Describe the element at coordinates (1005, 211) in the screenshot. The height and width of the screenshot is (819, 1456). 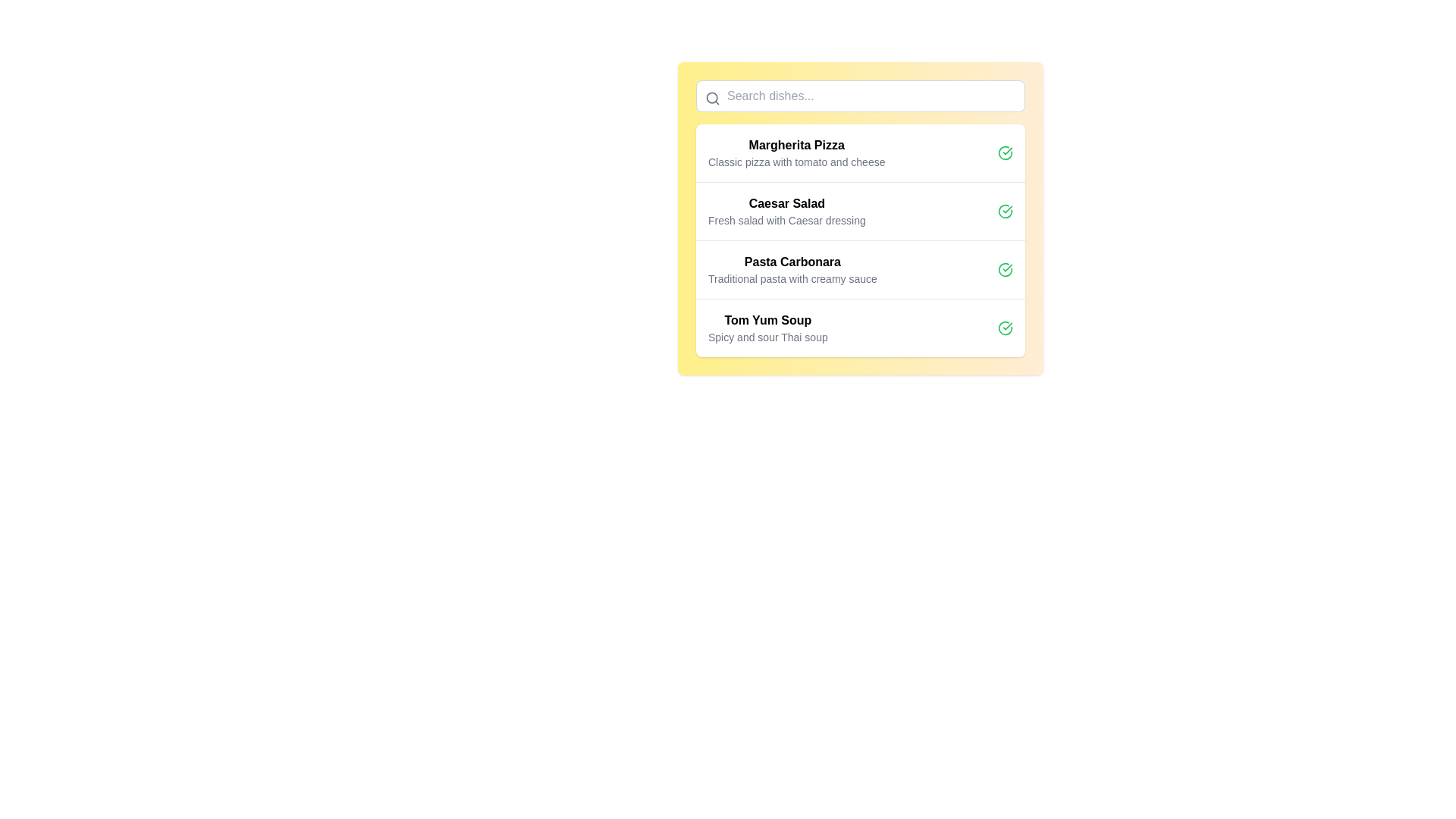
I see `the approval status icon located in the 'Caesar Salad' row at the far-right end of the list` at that location.